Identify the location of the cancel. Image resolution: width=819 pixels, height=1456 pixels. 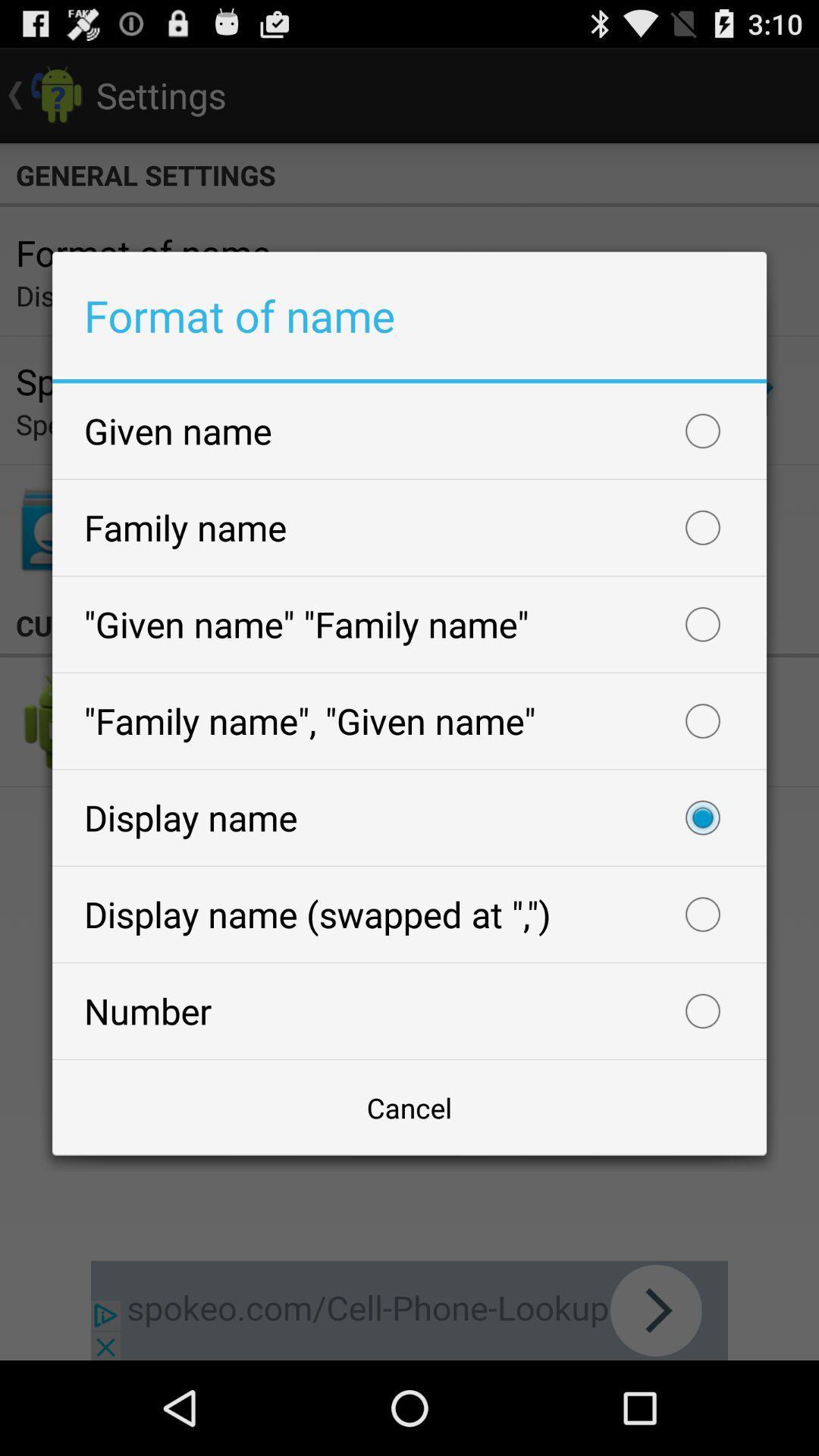
(409, 1107).